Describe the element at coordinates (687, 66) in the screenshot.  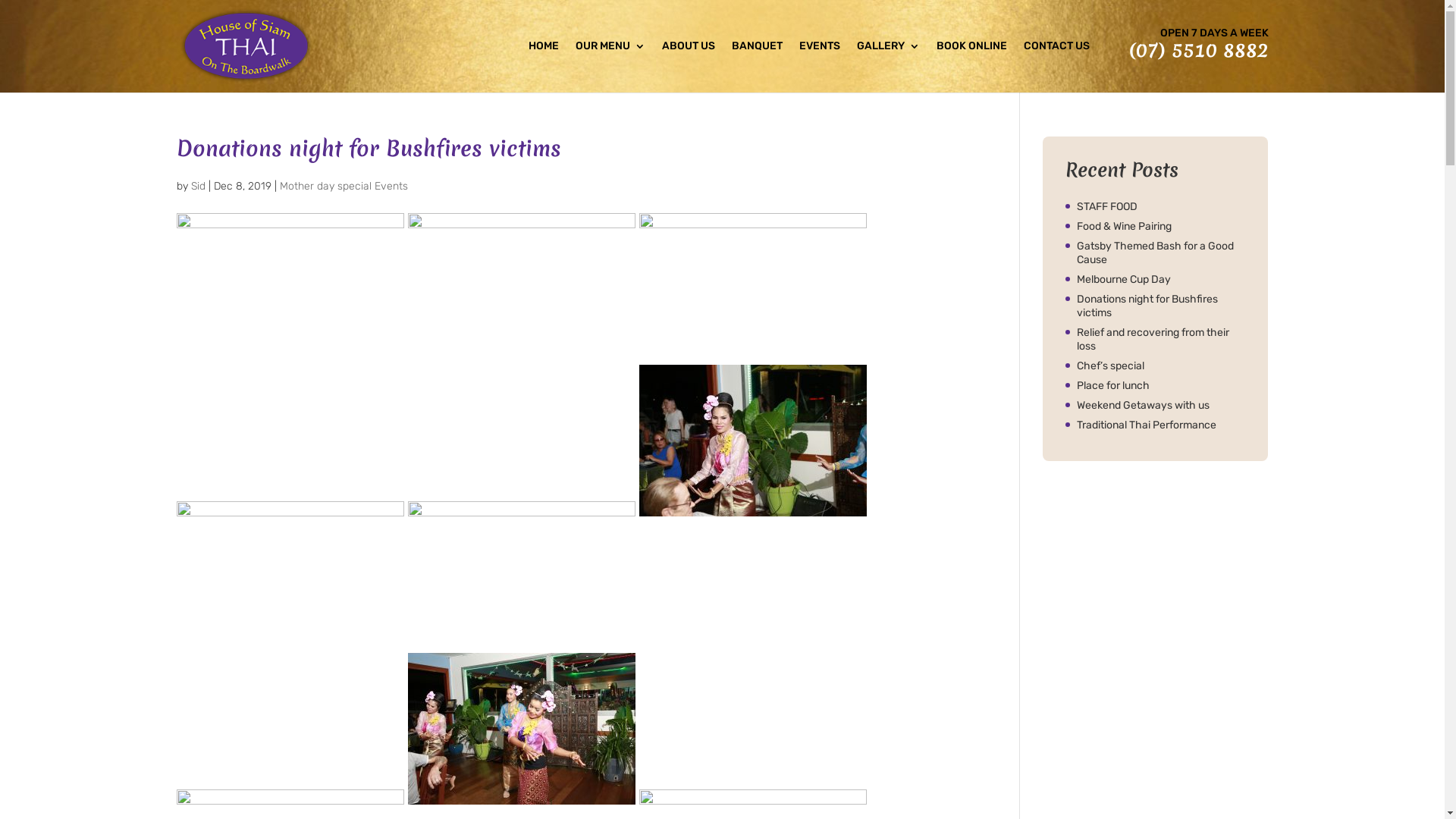
I see `'ABOUT US'` at that location.